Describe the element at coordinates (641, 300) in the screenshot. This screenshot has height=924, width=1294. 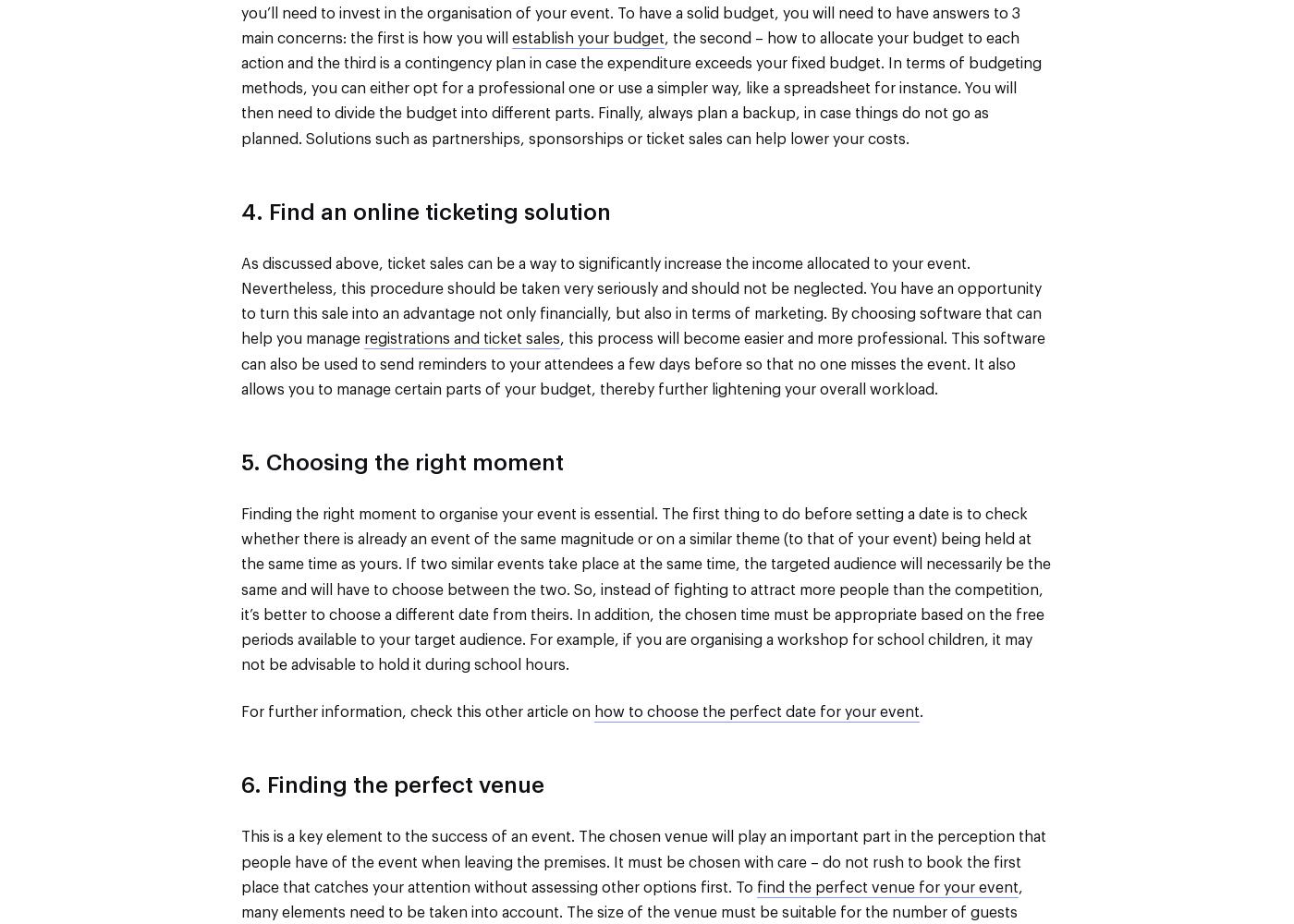
I see `'As discussed above, ticket sales can be a way to significantly increase the income allocated to your event. Nevertheless, this procedure should be taken very seriously and should not be neglected. You have an opportunity to turn this sale into an advantage not only financially, but also in terms of marketing. By choosing software that can help you manage'` at that location.